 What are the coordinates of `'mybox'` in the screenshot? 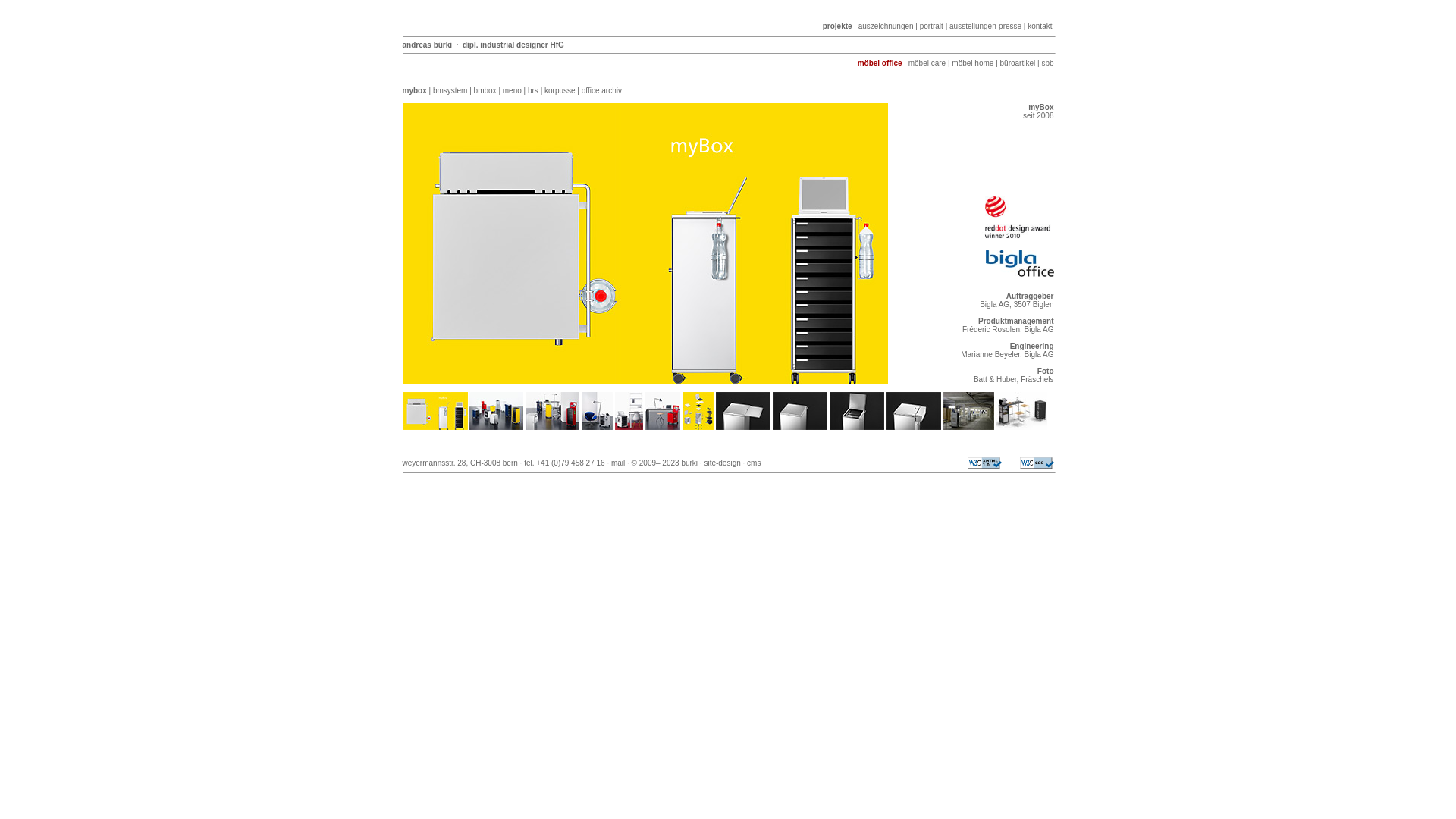 It's located at (414, 90).